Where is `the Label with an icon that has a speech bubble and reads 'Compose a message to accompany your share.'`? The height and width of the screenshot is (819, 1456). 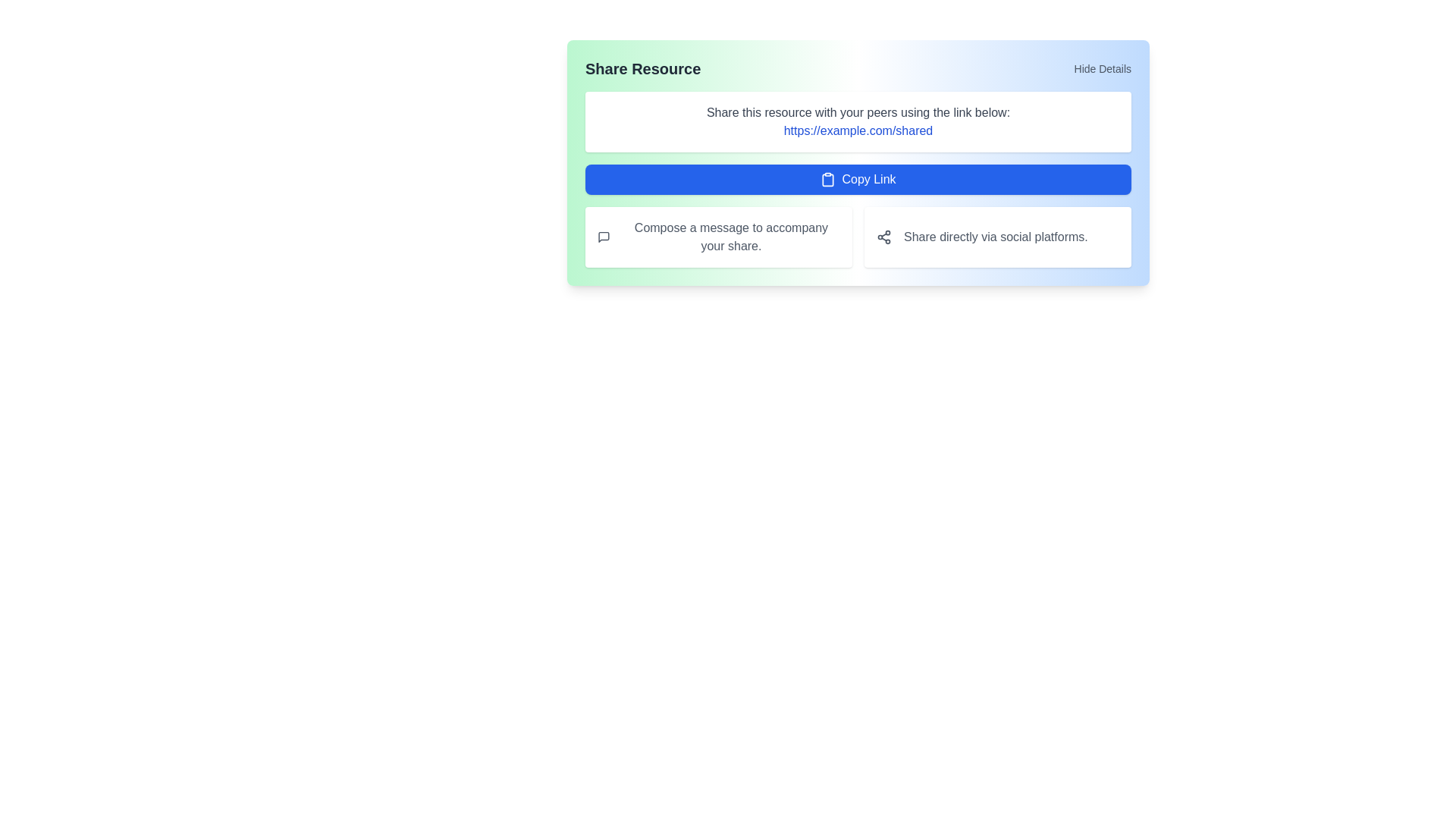 the Label with an icon that has a speech bubble and reads 'Compose a message to accompany your share.' is located at coordinates (718, 237).